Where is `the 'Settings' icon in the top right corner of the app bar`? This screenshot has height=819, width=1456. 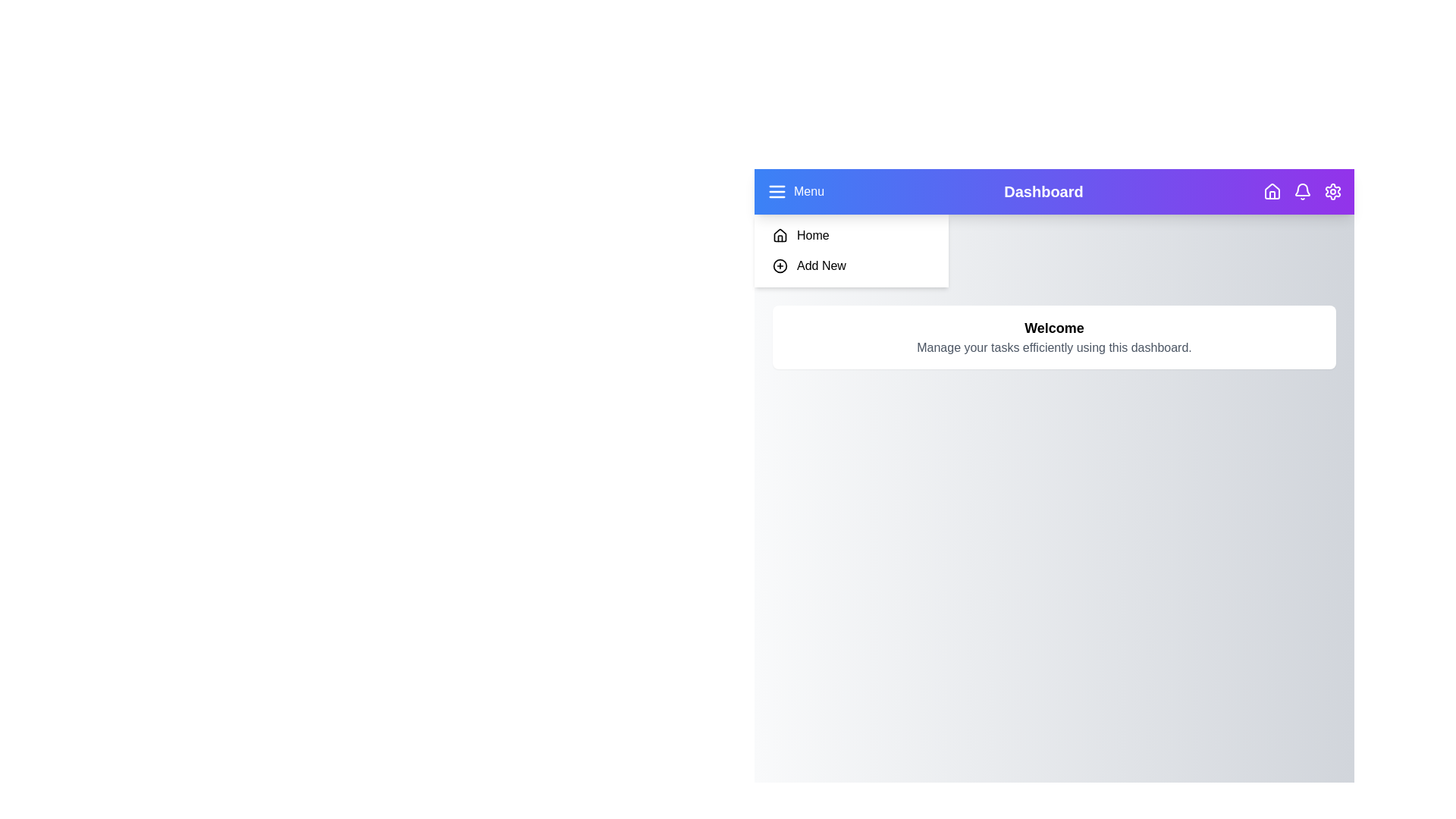 the 'Settings' icon in the top right corner of the app bar is located at coordinates (1332, 191).